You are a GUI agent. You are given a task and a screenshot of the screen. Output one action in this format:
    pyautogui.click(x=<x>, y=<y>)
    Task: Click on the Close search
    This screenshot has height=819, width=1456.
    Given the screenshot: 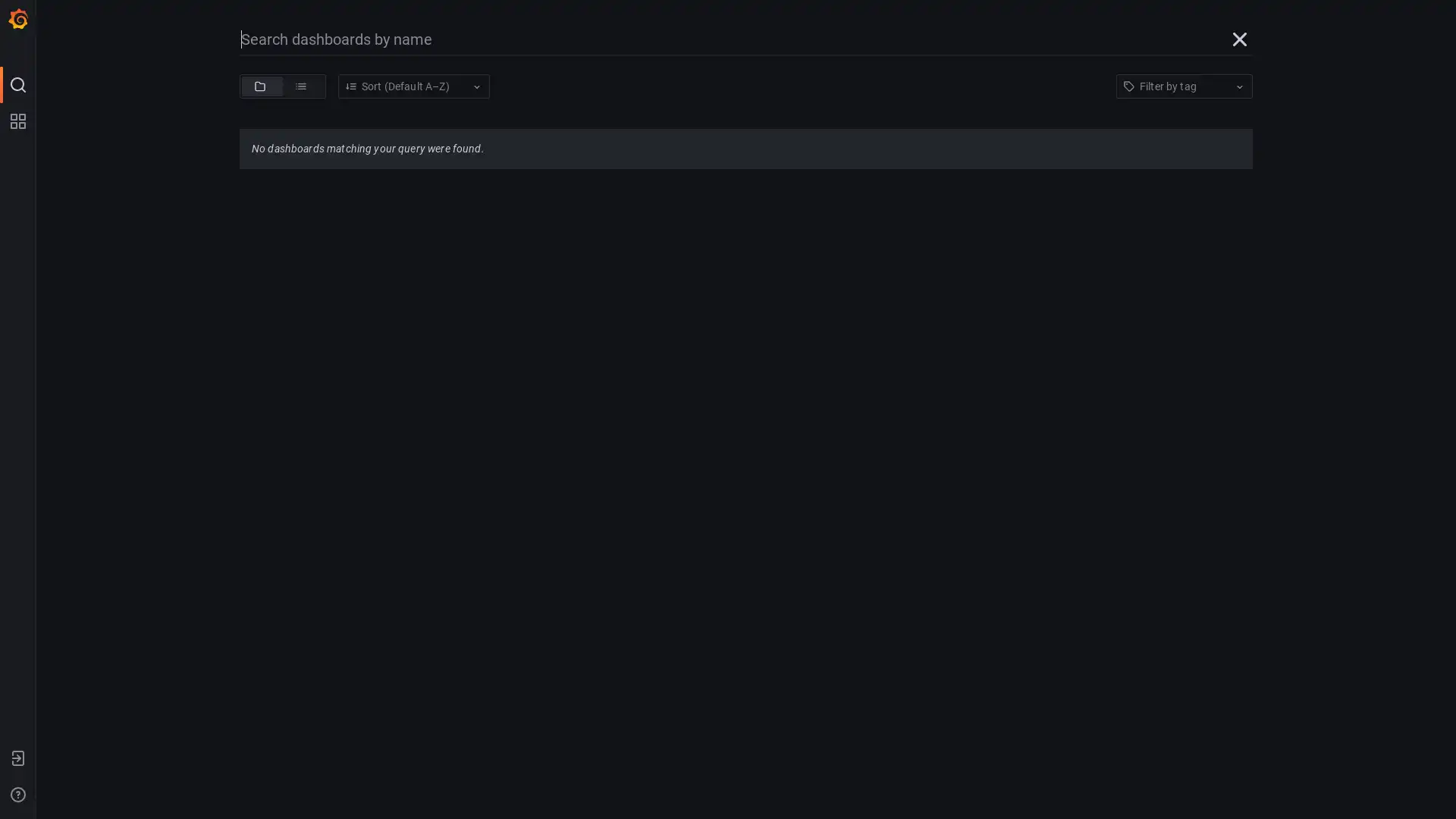 What is the action you would take?
    pyautogui.click(x=1240, y=38)
    